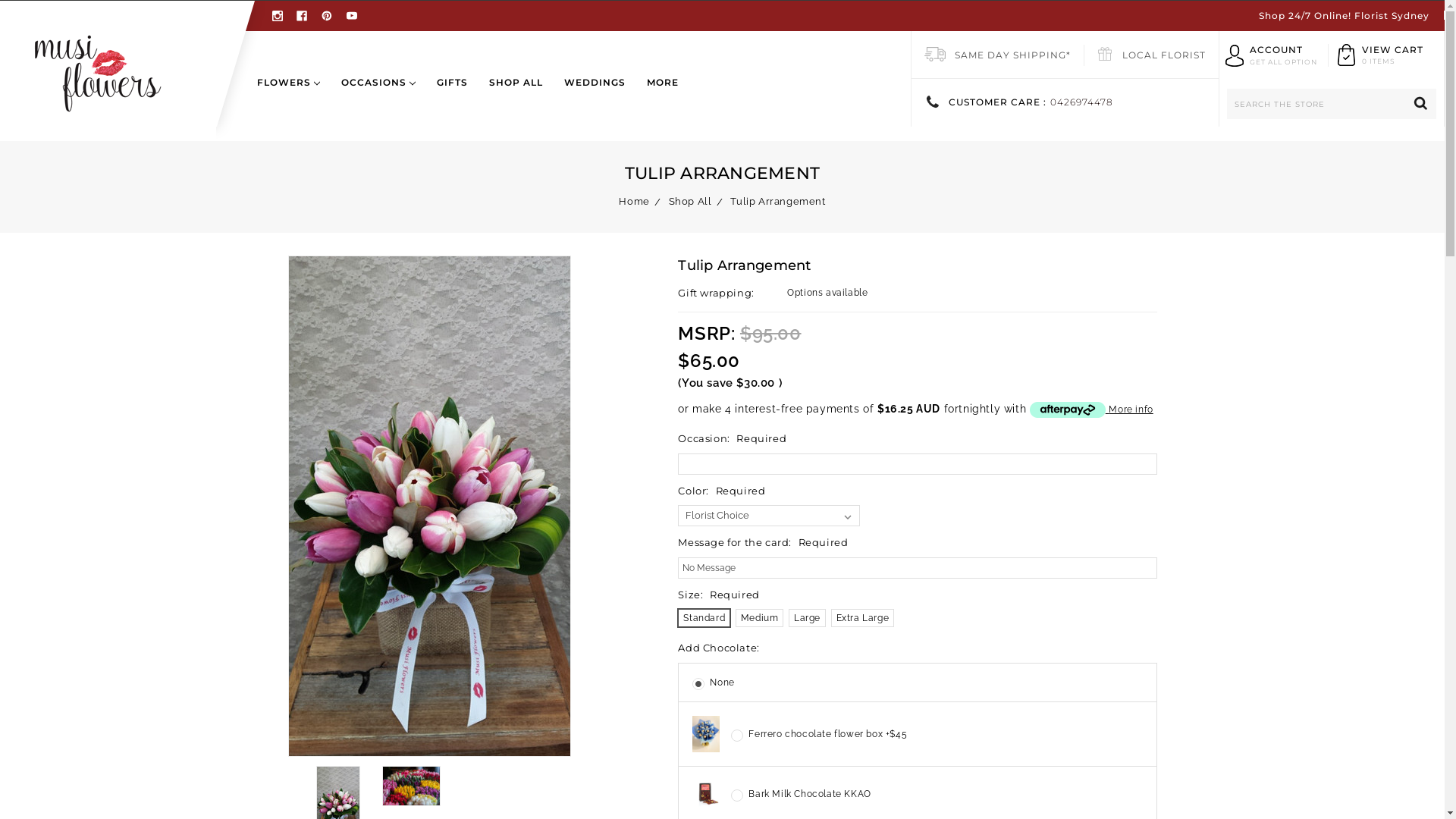 Image resolution: width=1456 pixels, height=819 pixels. I want to click on 'OCCASIONS', so click(378, 93).